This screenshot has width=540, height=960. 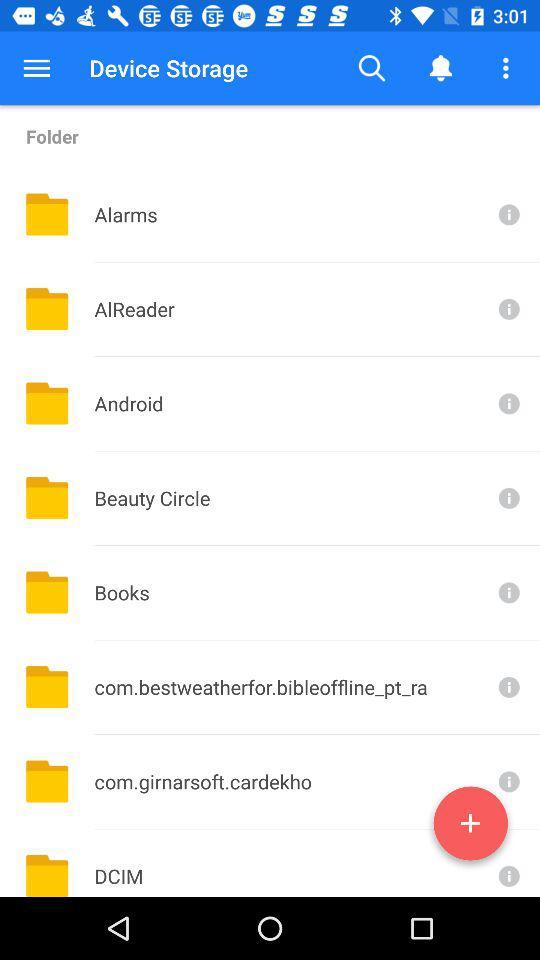 I want to click on the add icon, so click(x=470, y=827).